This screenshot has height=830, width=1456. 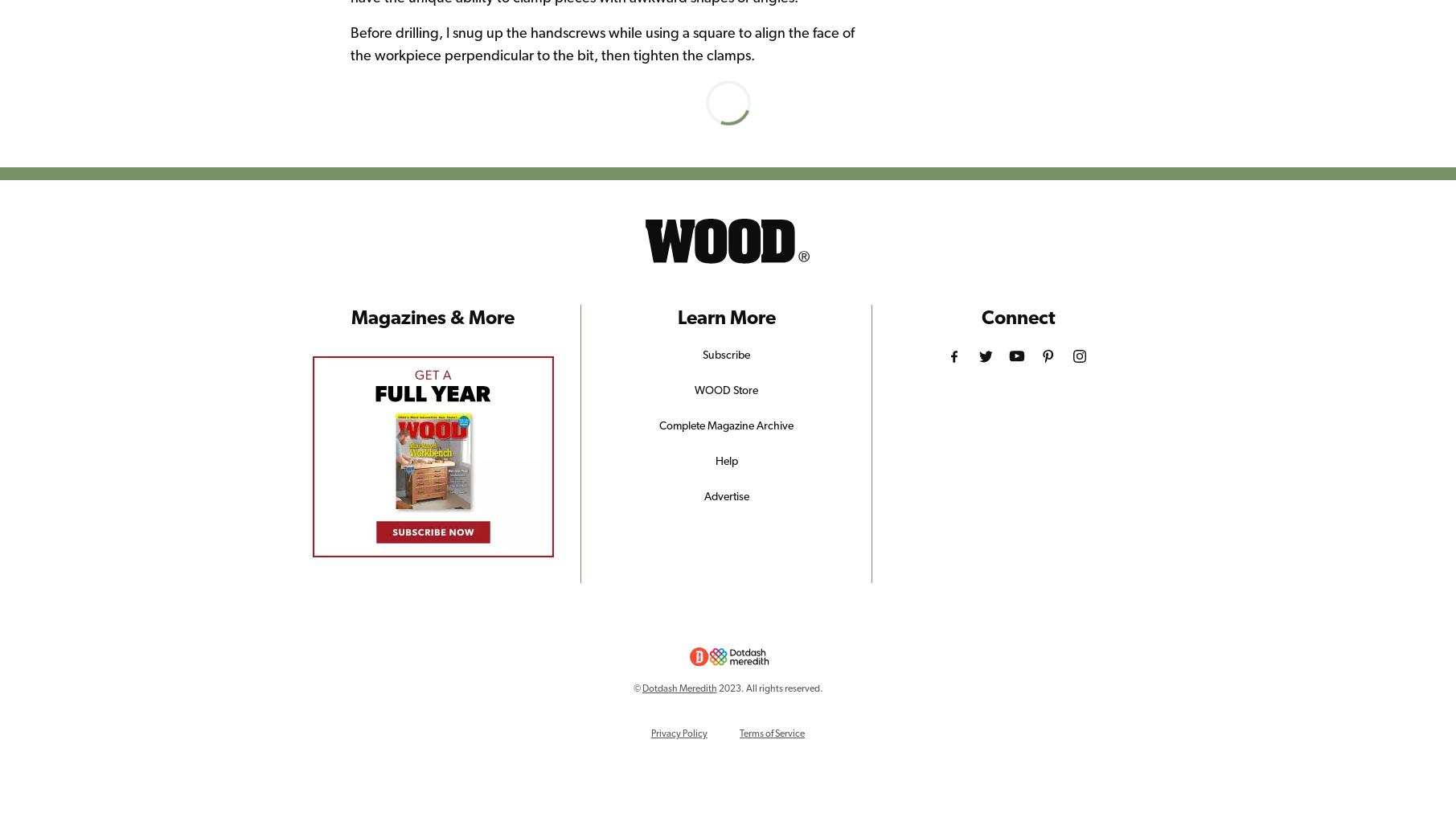 I want to click on 'WOOD Store', so click(x=726, y=389).